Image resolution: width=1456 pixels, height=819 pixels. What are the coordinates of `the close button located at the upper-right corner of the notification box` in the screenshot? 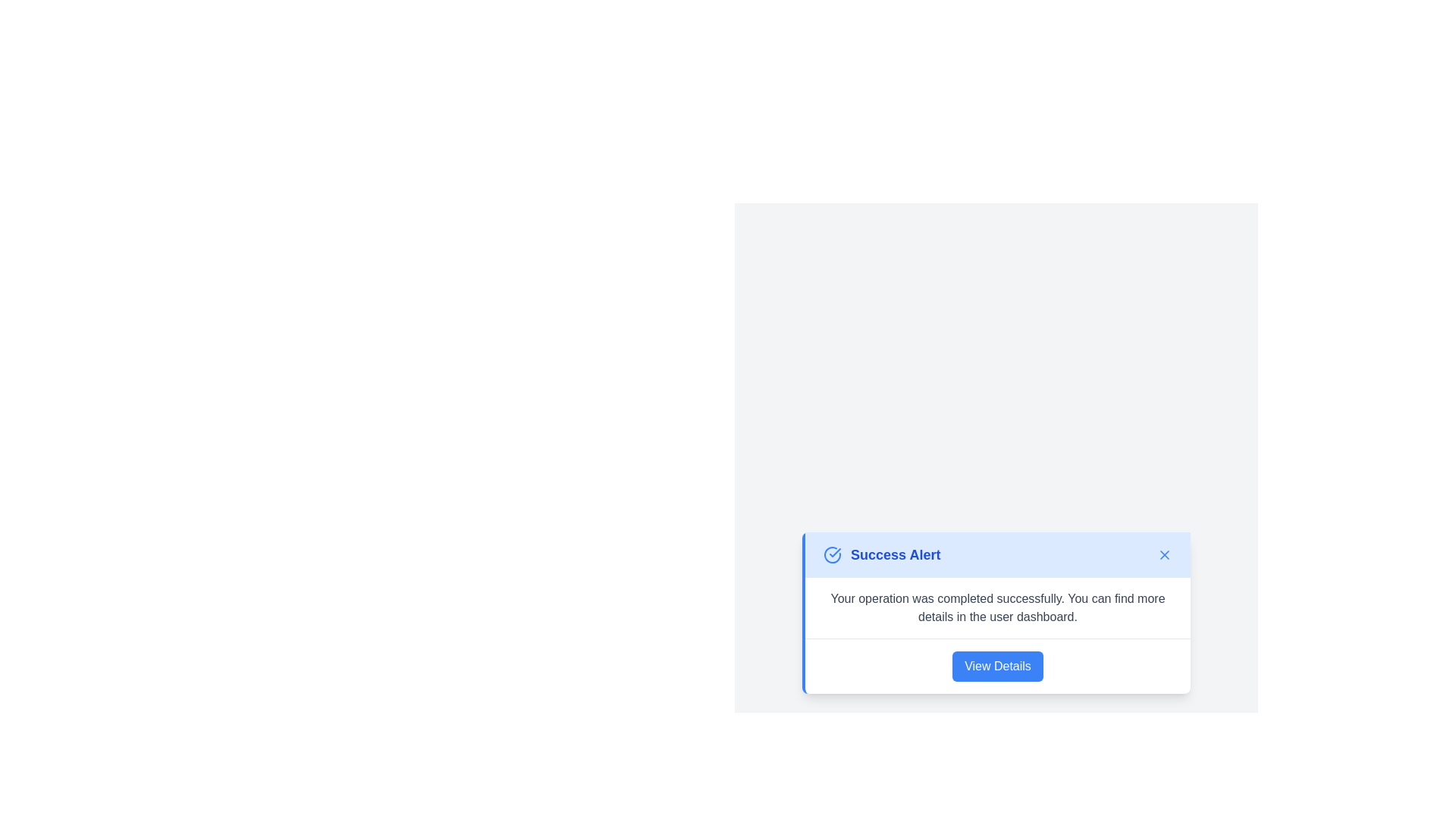 It's located at (1164, 554).